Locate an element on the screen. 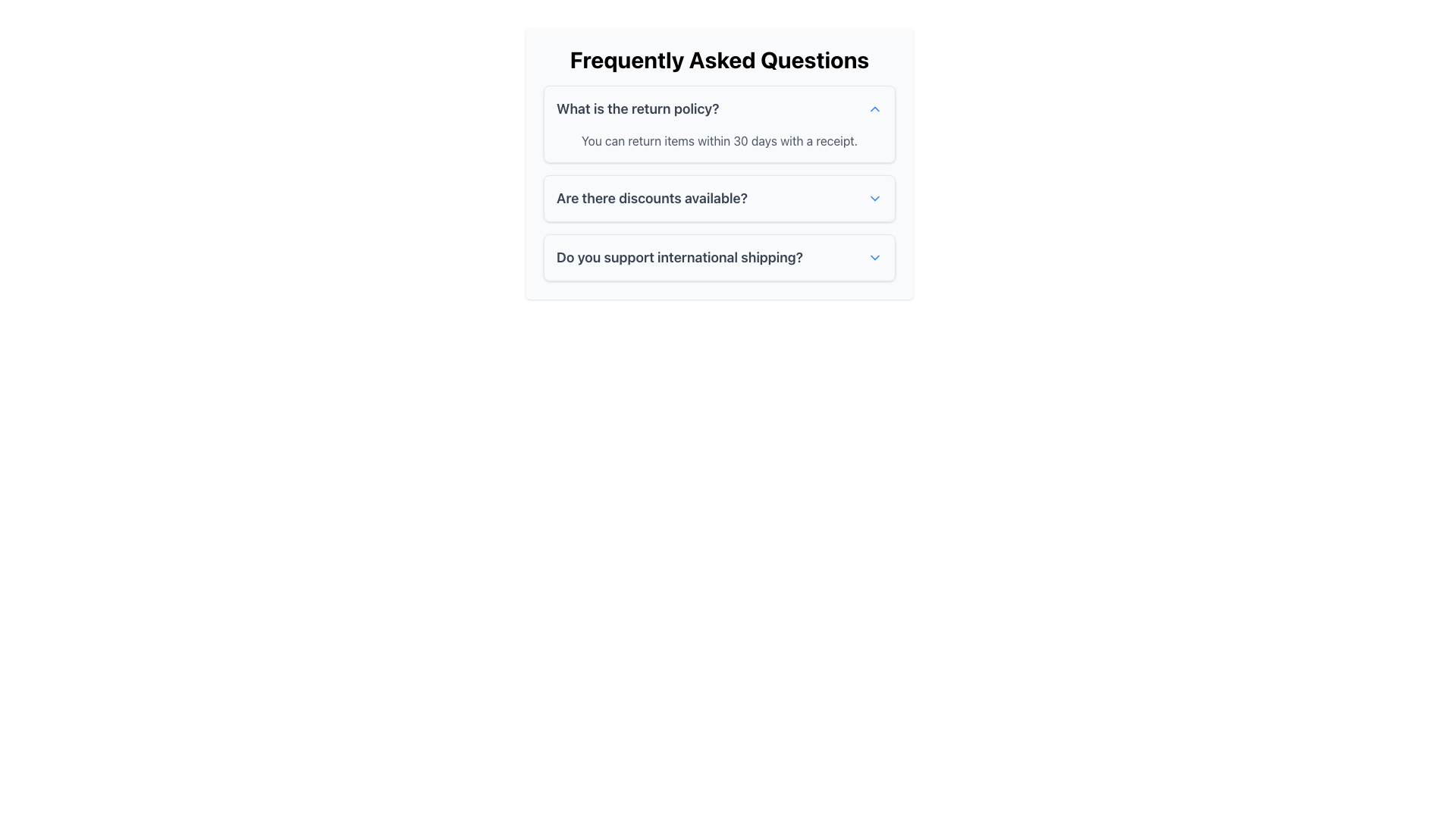 The height and width of the screenshot is (819, 1456). the second interactive Expandable FAQ item related to discounts in the FAQ section is located at coordinates (719, 198).